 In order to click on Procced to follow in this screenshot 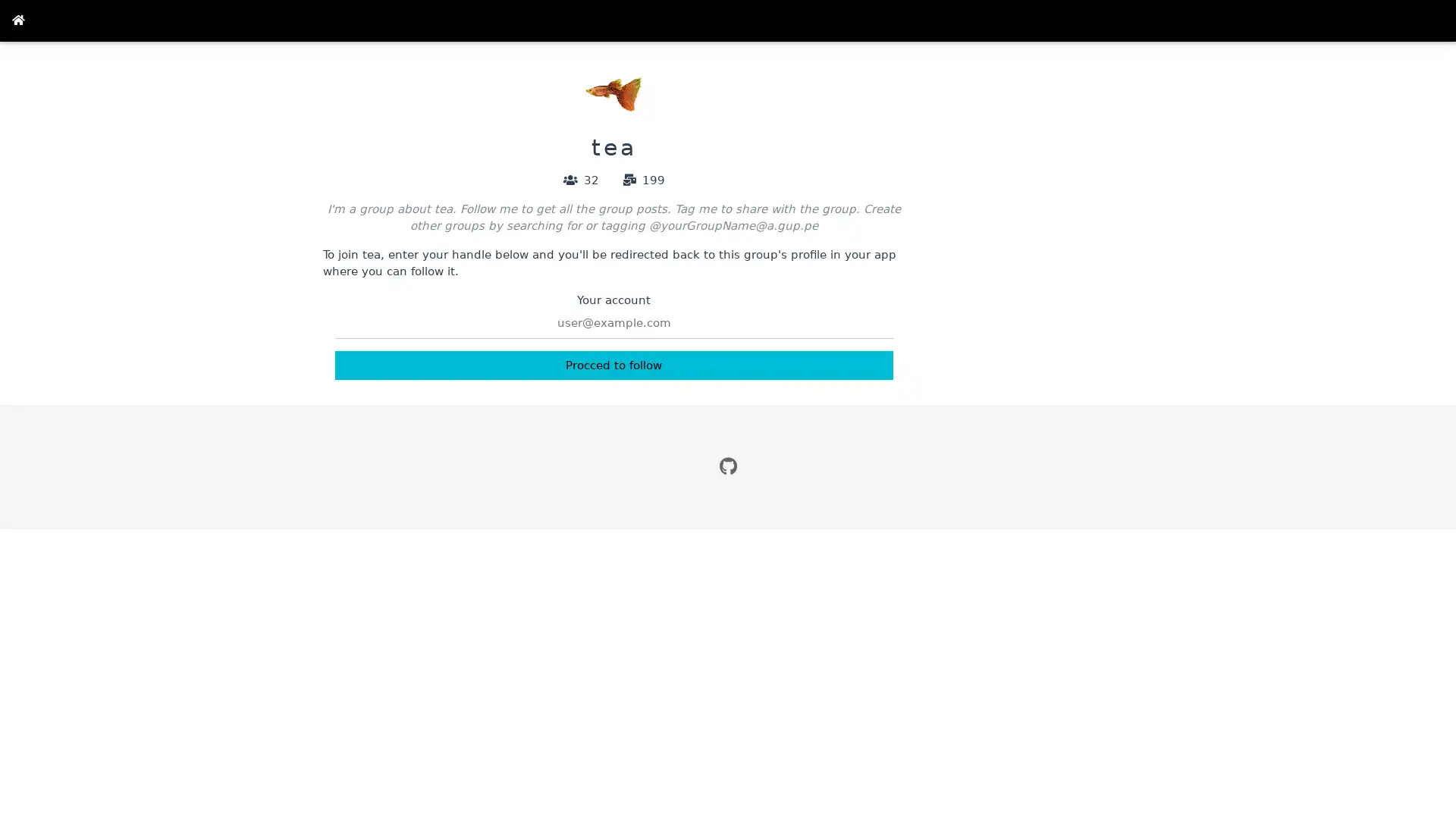, I will do `click(613, 365)`.